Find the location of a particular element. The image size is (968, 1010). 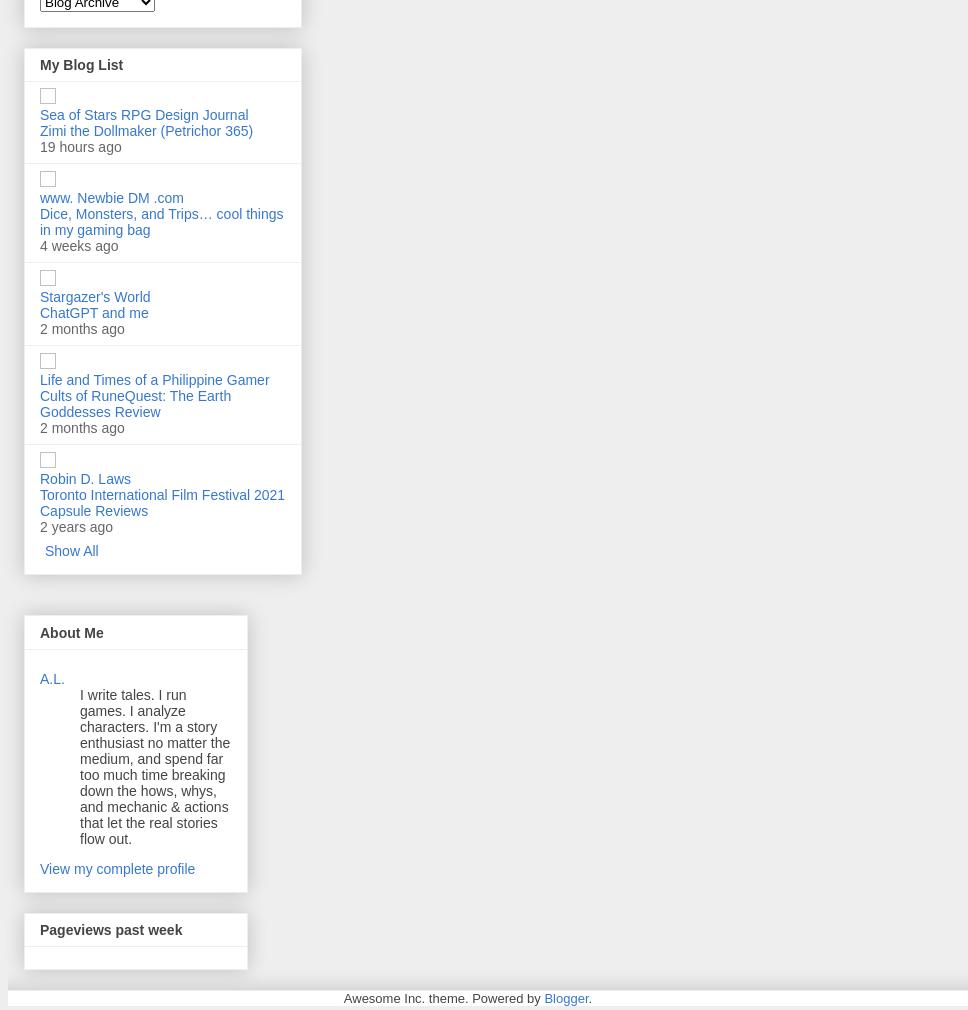

'www.    Newbie DM    .com' is located at coordinates (111, 196).